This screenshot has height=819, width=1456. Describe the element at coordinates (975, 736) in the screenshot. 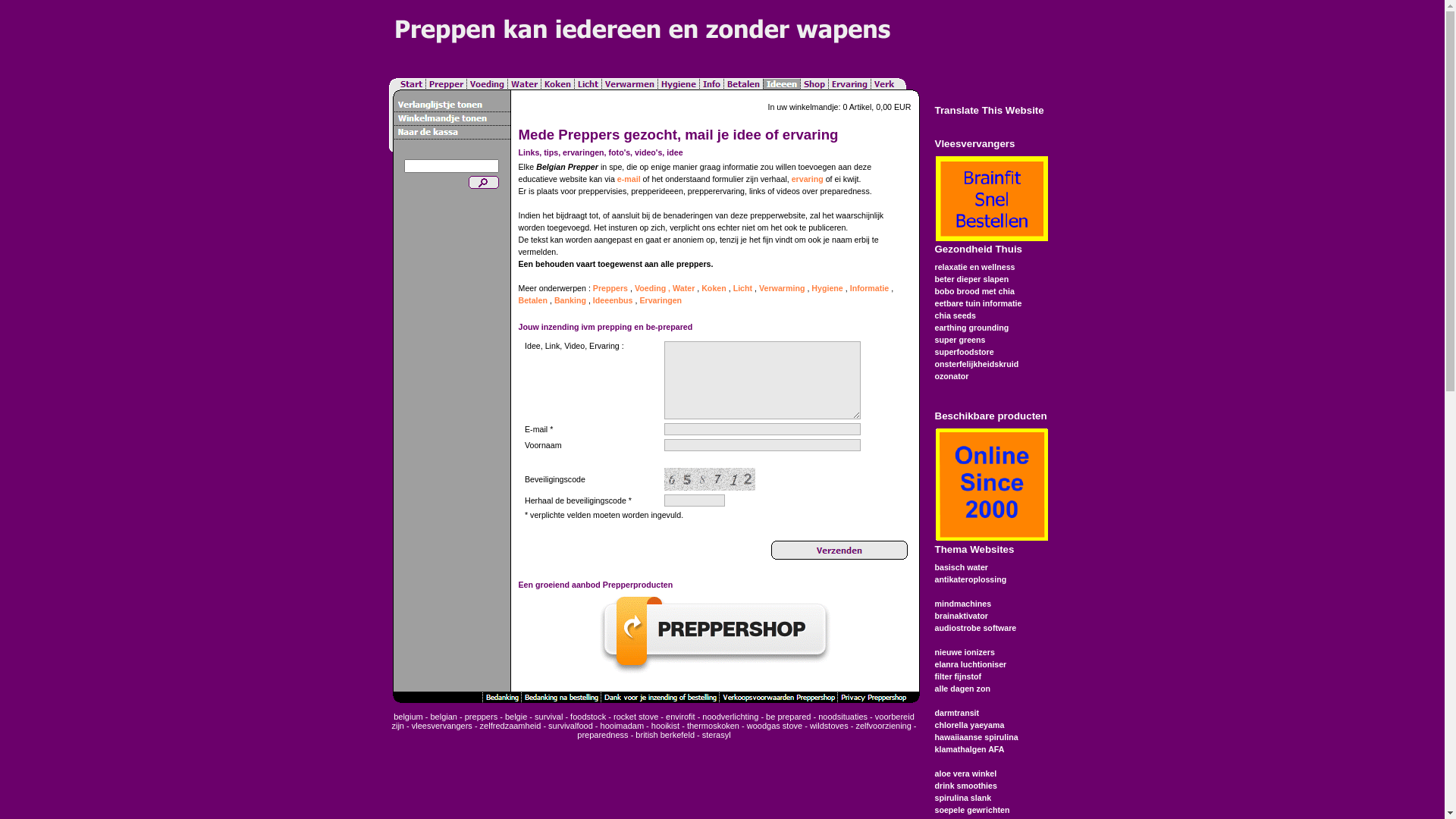

I see `'hawaiiaanse spirulina'` at that location.